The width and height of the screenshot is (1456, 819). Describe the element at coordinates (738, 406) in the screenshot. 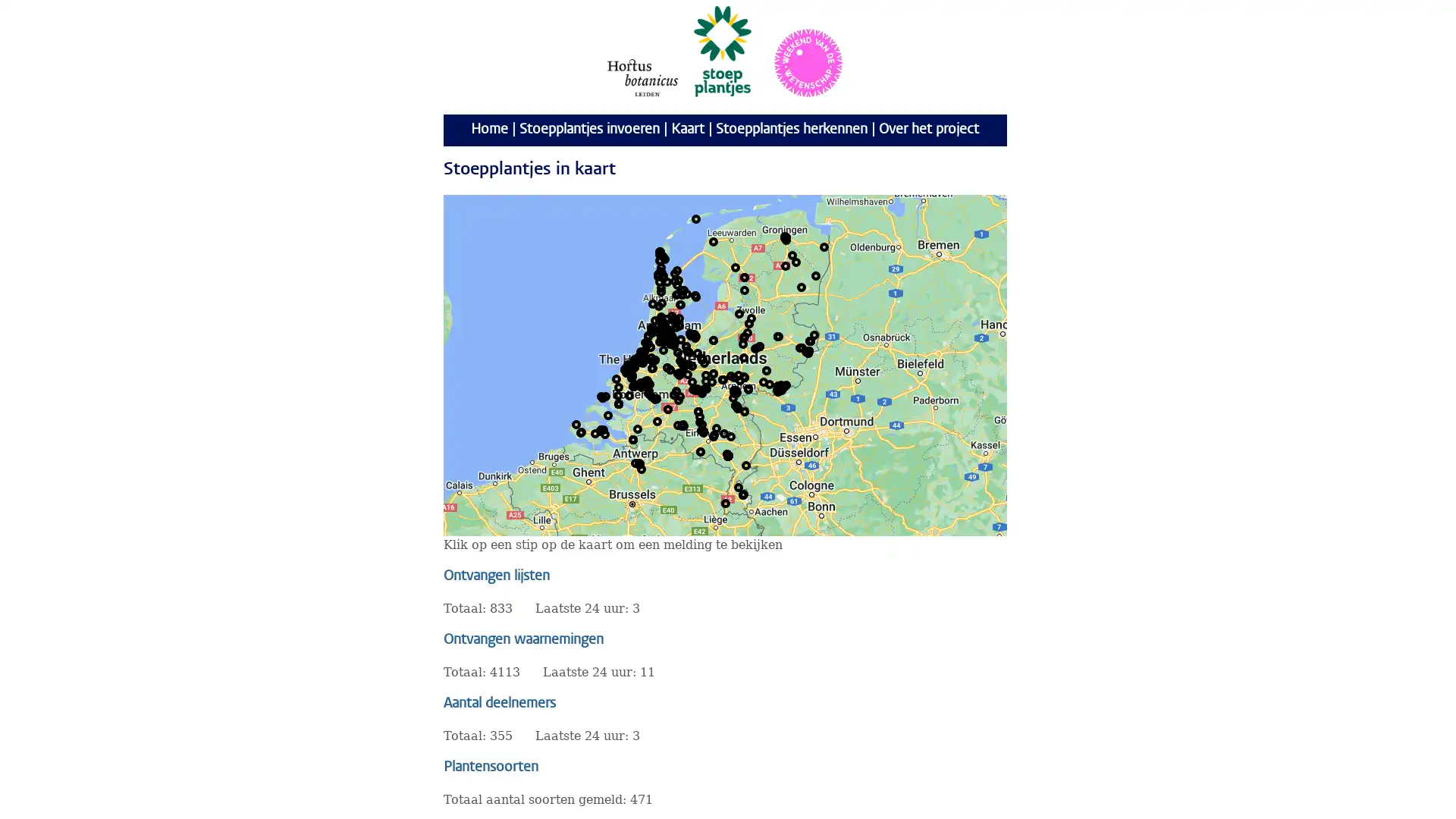

I see `Telling van Iris op 04 december 2021` at that location.